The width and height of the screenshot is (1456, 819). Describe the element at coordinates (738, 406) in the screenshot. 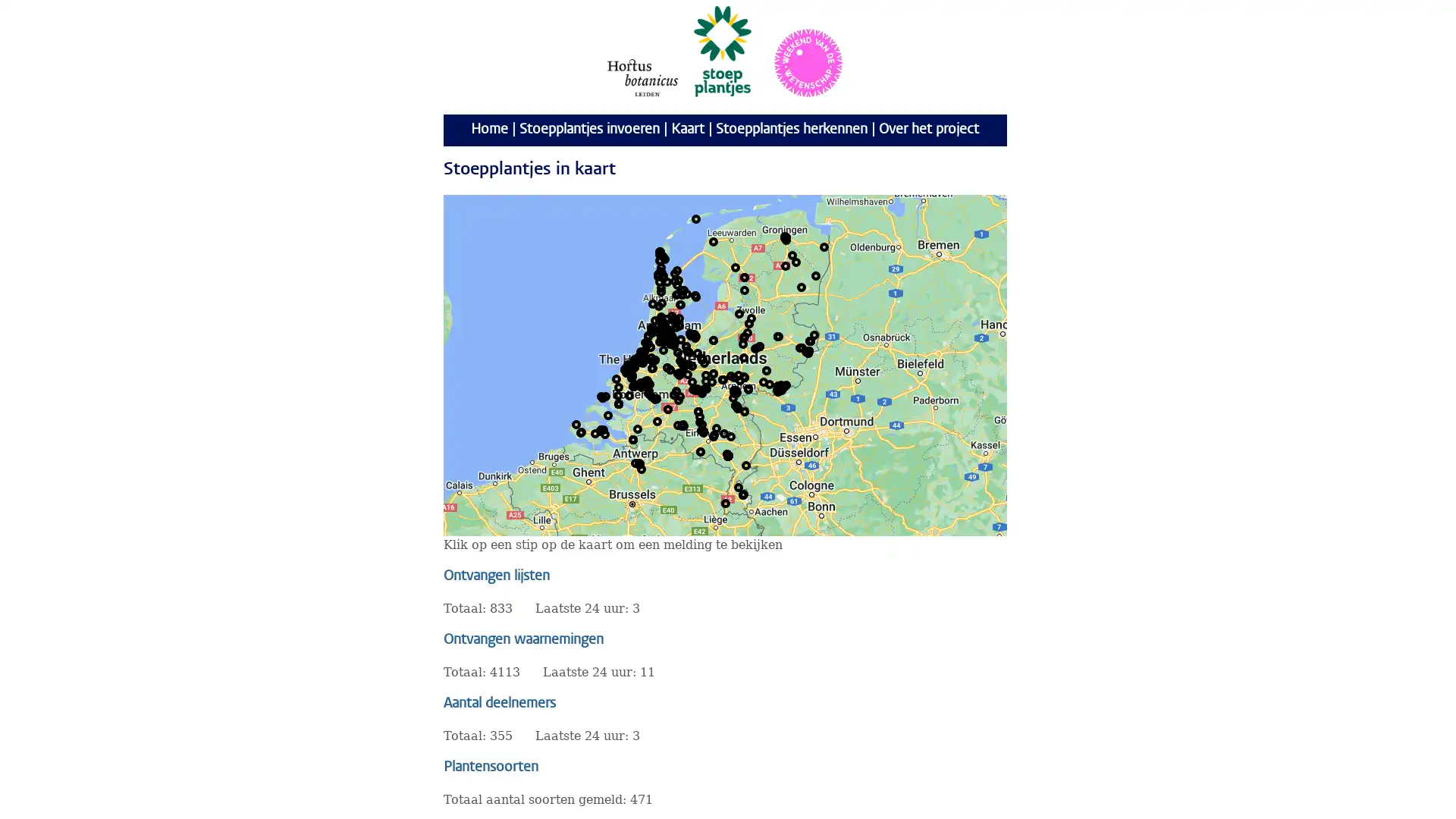

I see `Telling van Iris op 04 december 2021` at that location.